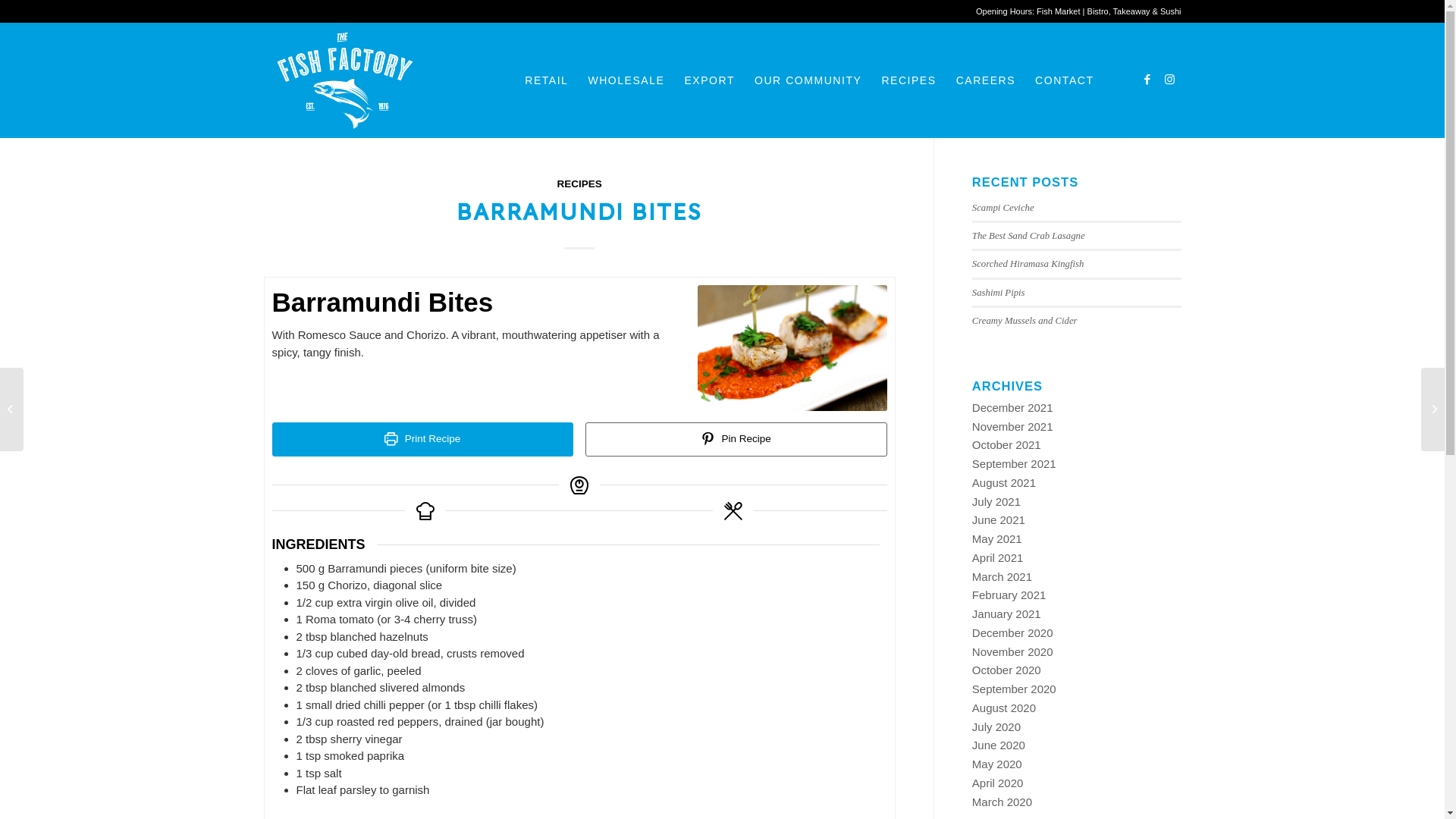  I want to click on 'Facebook', so click(1147, 79).